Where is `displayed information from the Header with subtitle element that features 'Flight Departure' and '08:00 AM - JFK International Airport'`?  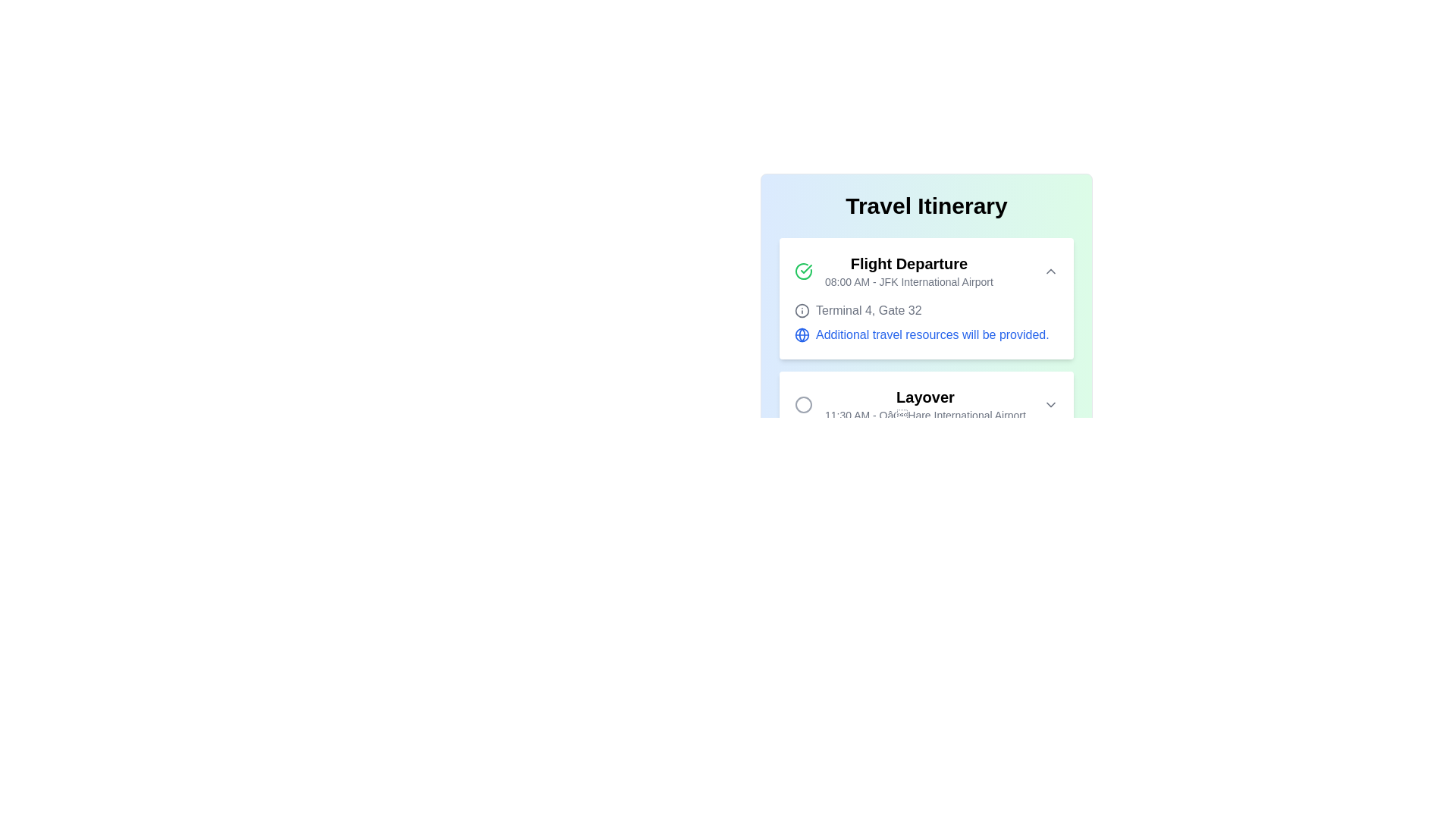 displayed information from the Header with subtitle element that features 'Flight Departure' and '08:00 AM - JFK International Airport' is located at coordinates (908, 271).